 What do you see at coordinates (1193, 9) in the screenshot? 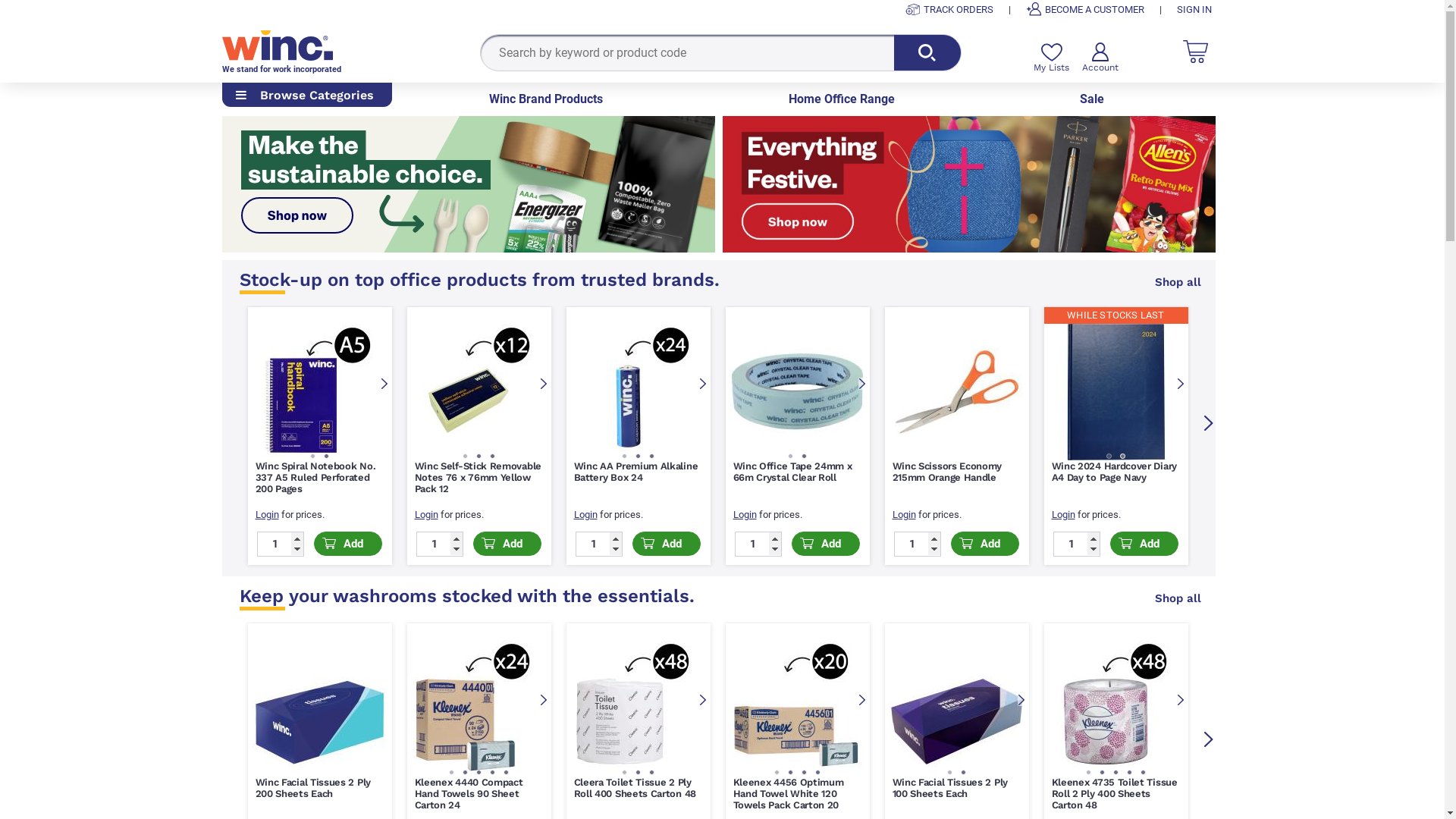
I see `'SIGN IN'` at bounding box center [1193, 9].